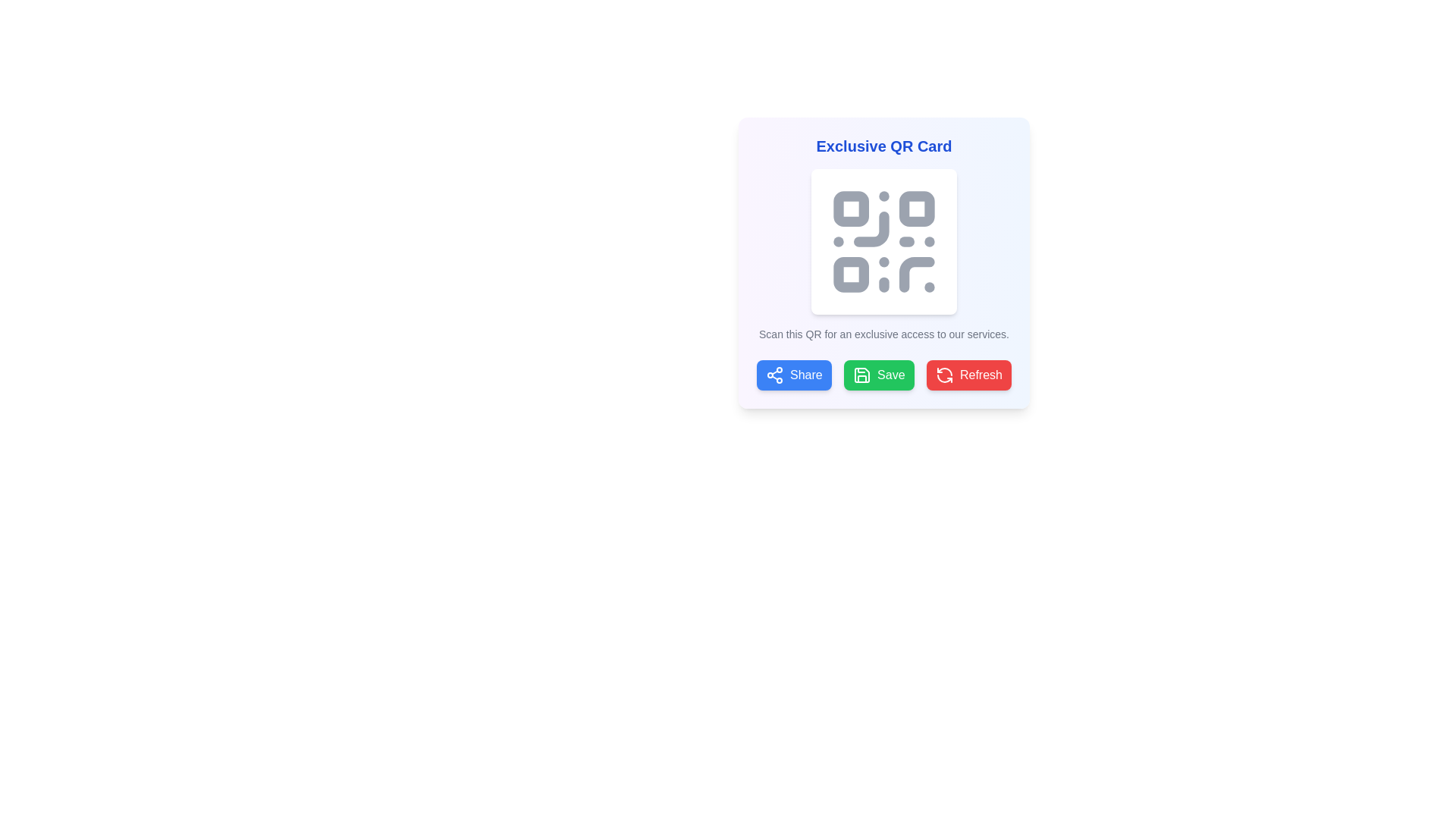 This screenshot has height=819, width=1456. What do you see at coordinates (884, 146) in the screenshot?
I see `the Heading element that serves as the title for the QR card interface, located at the top-central part of the interface` at bounding box center [884, 146].